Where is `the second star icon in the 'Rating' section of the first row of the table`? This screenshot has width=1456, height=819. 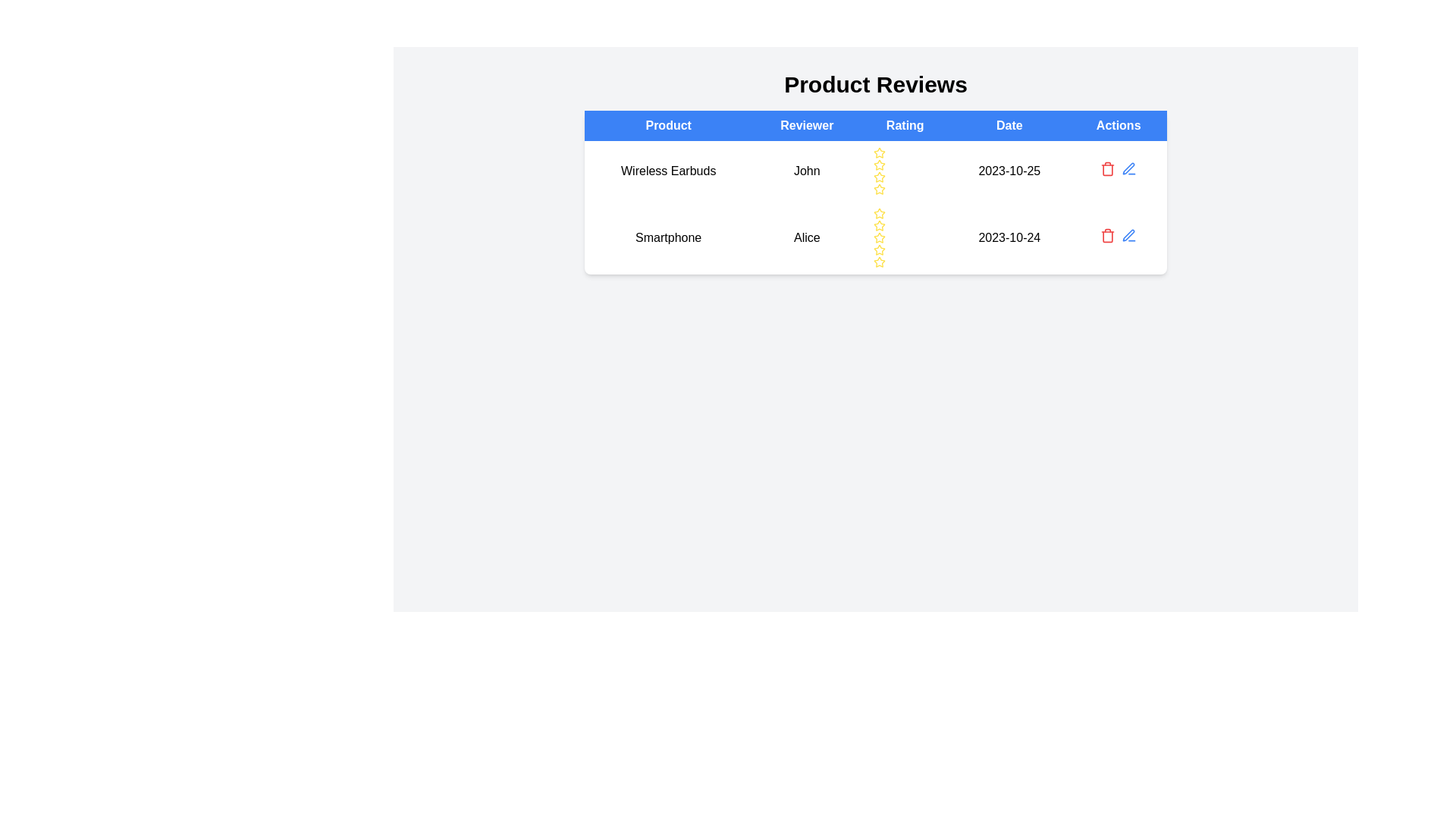
the second star icon in the 'Rating' section of the first row of the table is located at coordinates (880, 188).